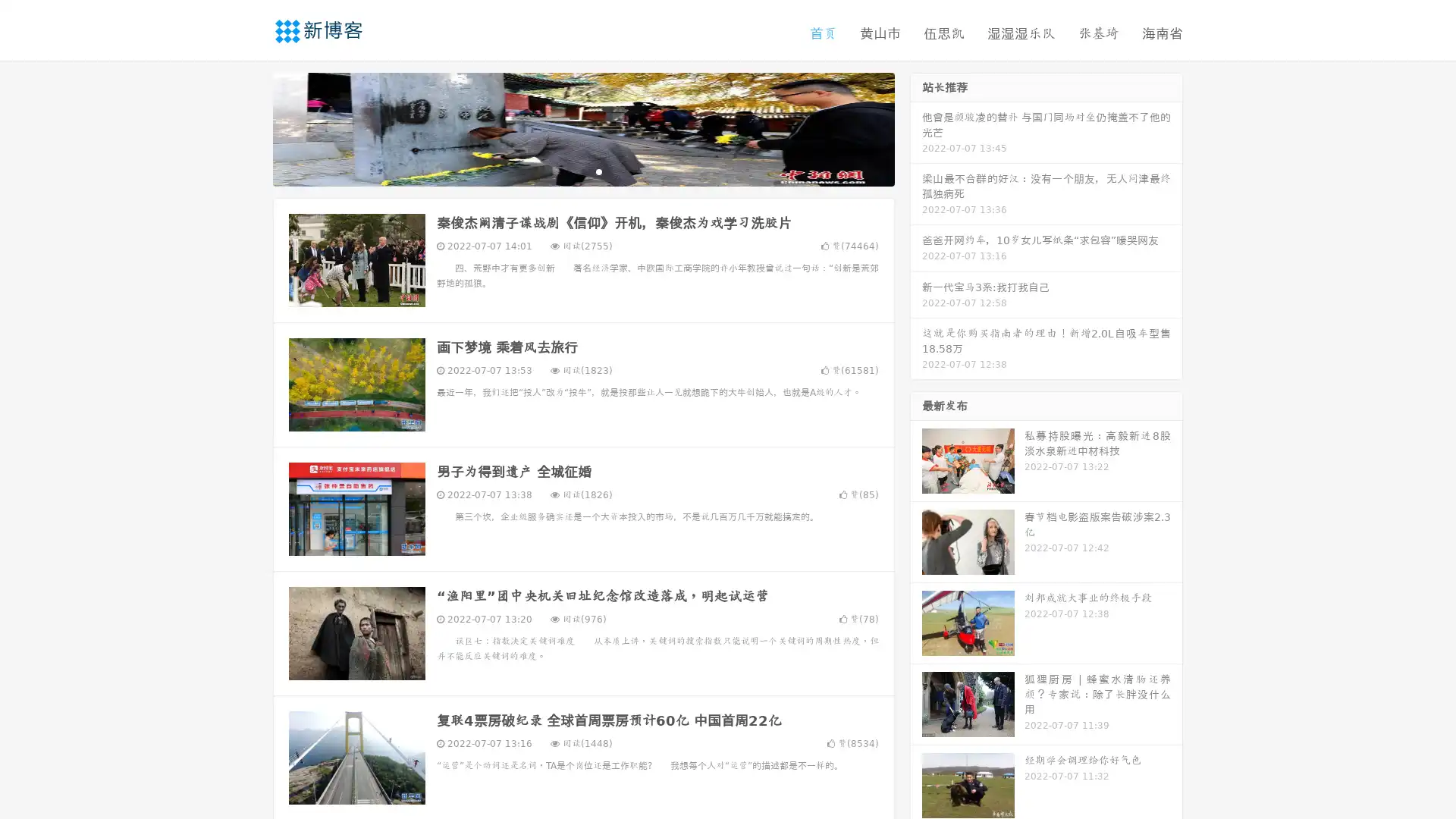 The height and width of the screenshot is (819, 1456). Describe the element at coordinates (598, 171) in the screenshot. I see `Go to slide 3` at that location.